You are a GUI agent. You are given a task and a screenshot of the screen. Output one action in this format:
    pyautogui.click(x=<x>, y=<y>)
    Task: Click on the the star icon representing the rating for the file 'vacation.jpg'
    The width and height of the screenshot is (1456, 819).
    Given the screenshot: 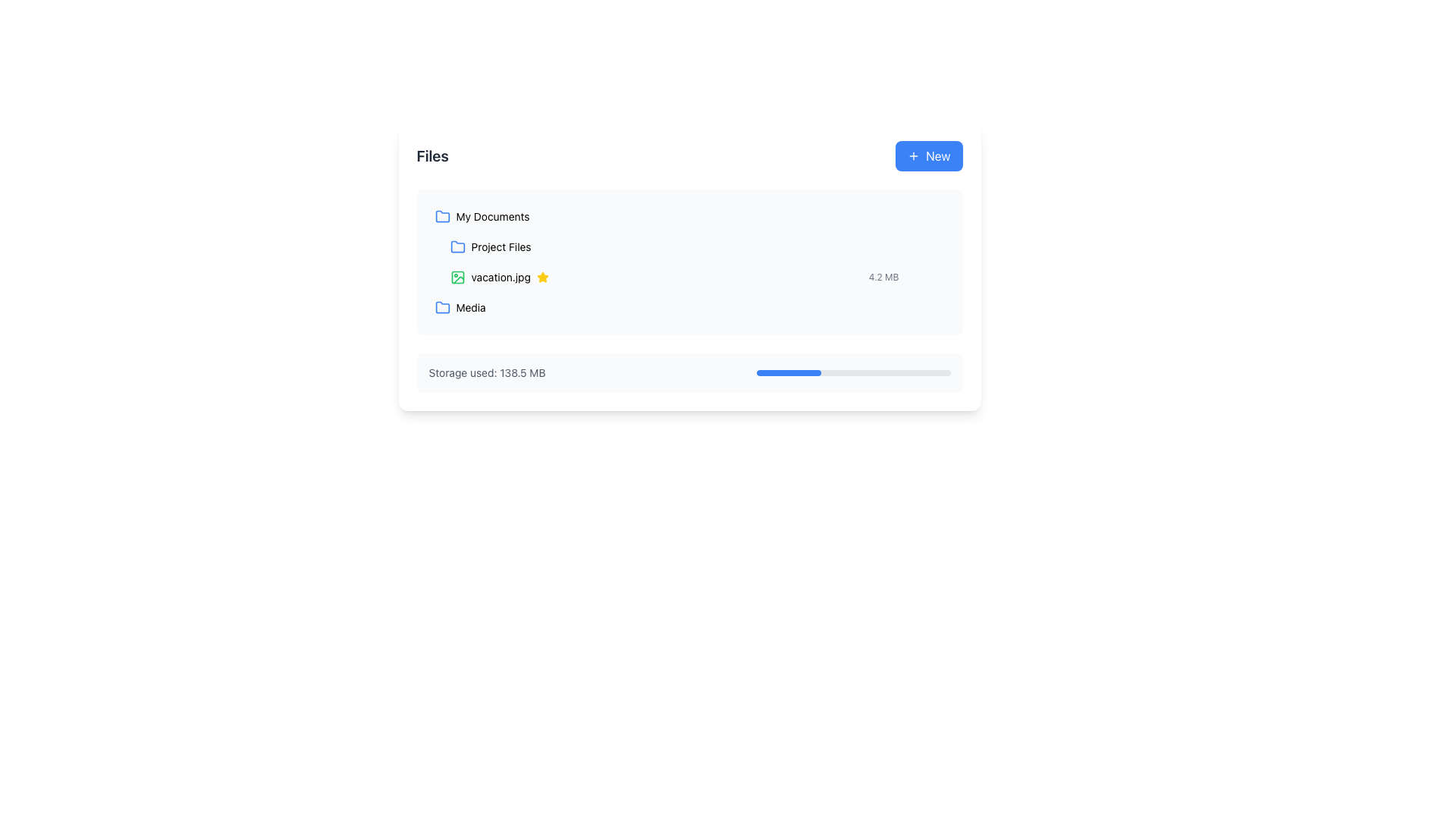 What is the action you would take?
    pyautogui.click(x=542, y=278)
    